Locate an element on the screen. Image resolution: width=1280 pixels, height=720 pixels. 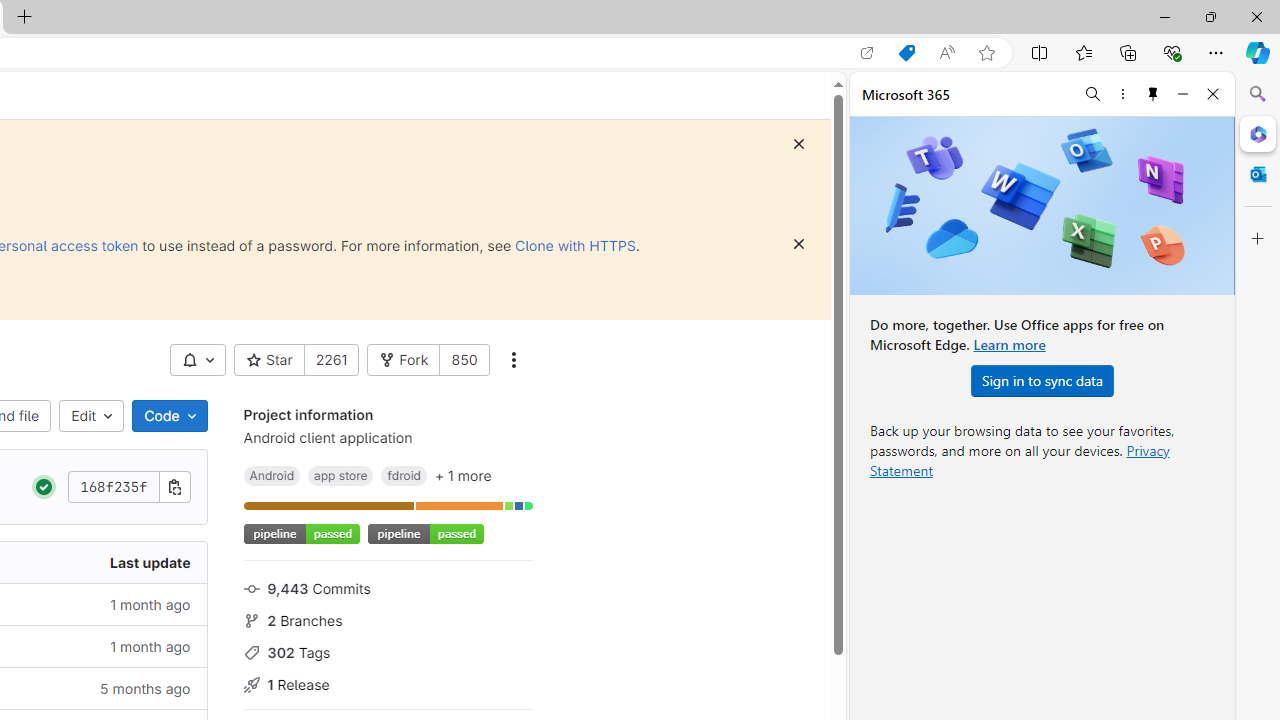
'2261' is located at coordinates (331, 360).